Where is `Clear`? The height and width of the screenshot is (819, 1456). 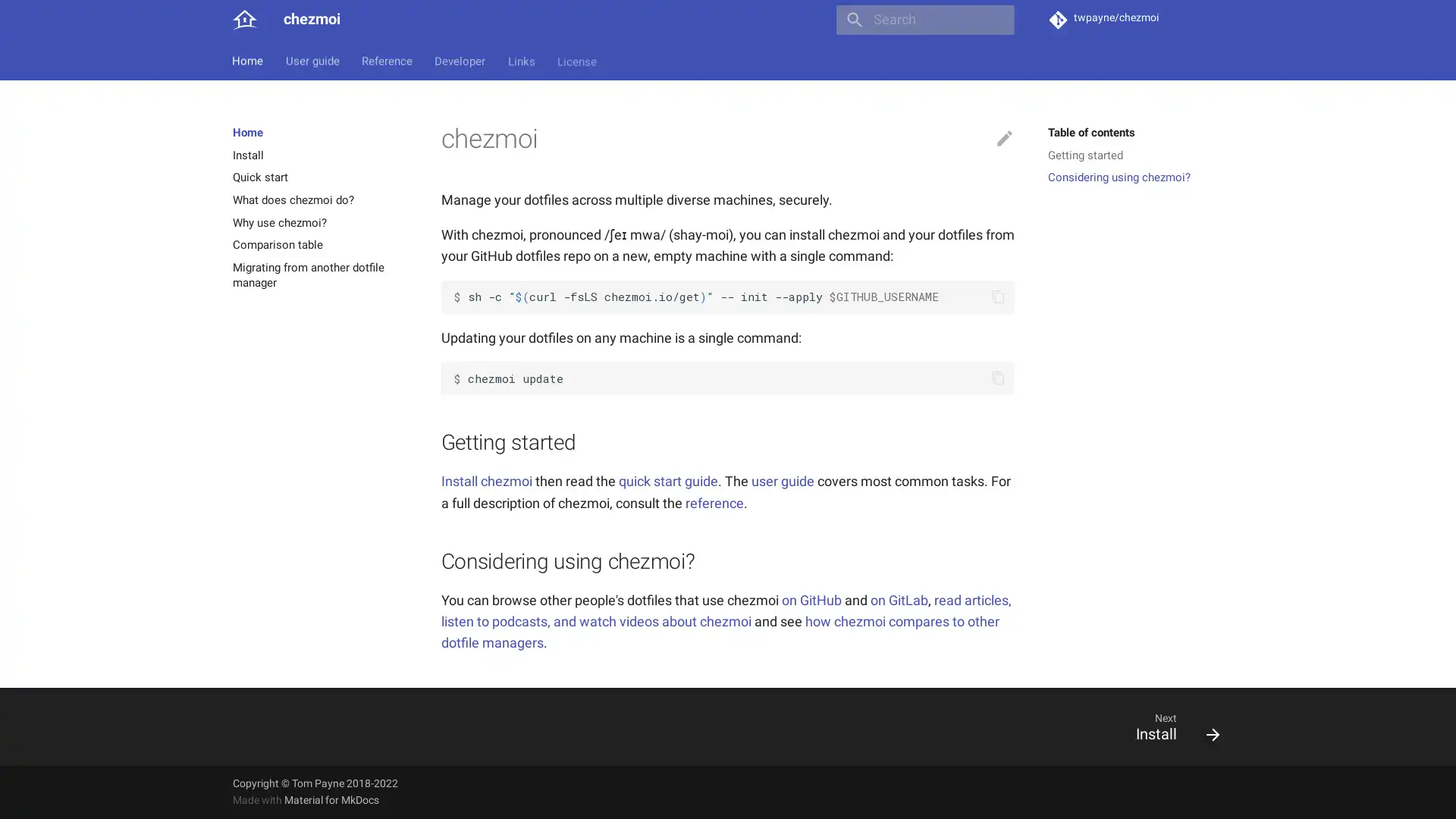
Clear is located at coordinates (996, 20).